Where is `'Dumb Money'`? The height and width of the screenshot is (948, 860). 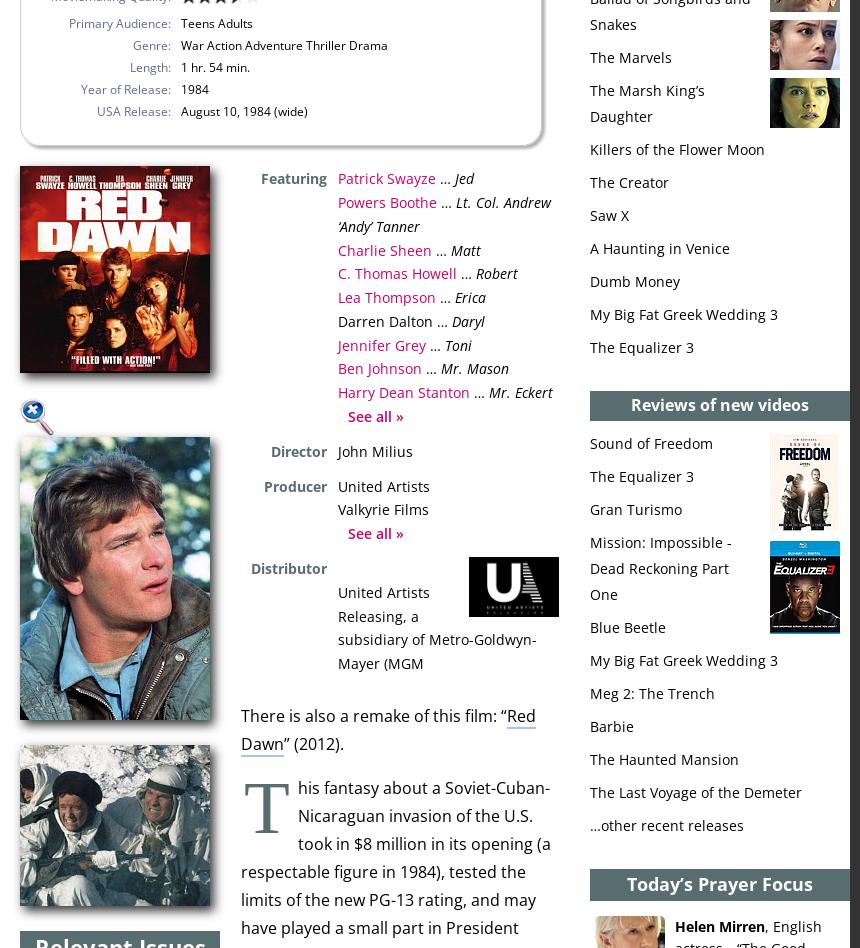
'Dumb Money' is located at coordinates (634, 280).